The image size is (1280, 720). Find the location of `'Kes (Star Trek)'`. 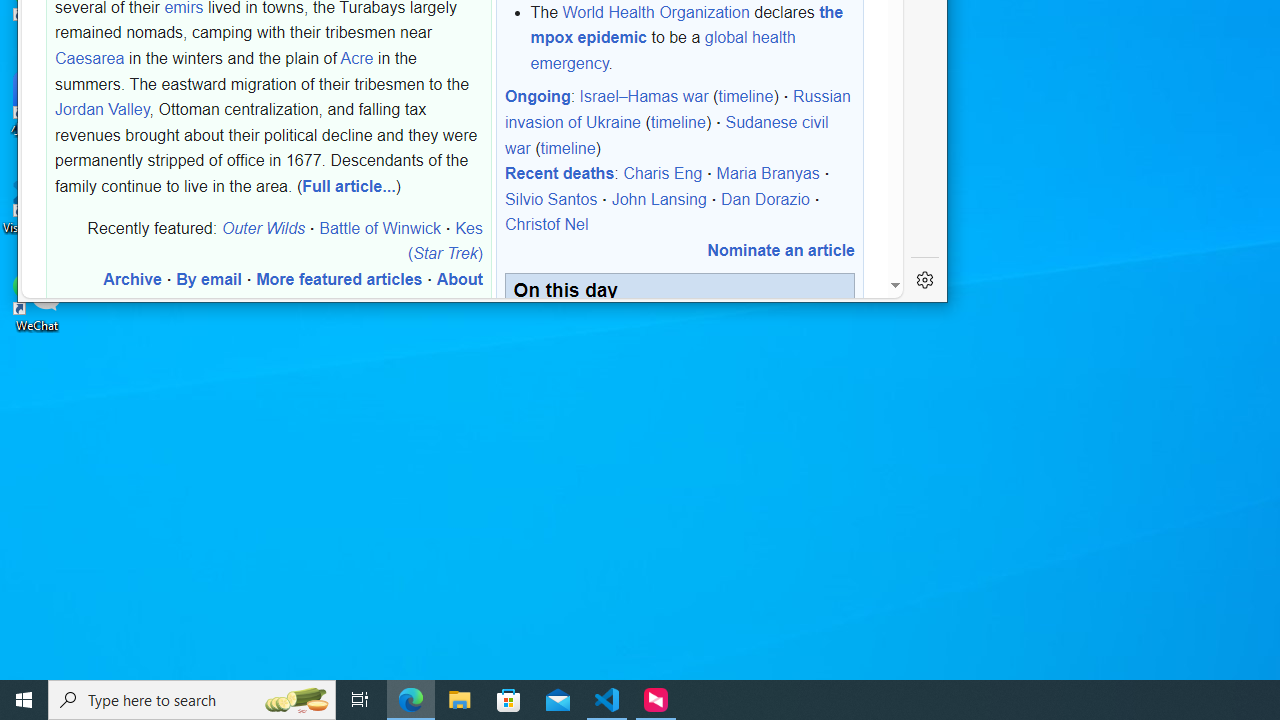

'Kes (Star Trek)' is located at coordinates (443, 239).